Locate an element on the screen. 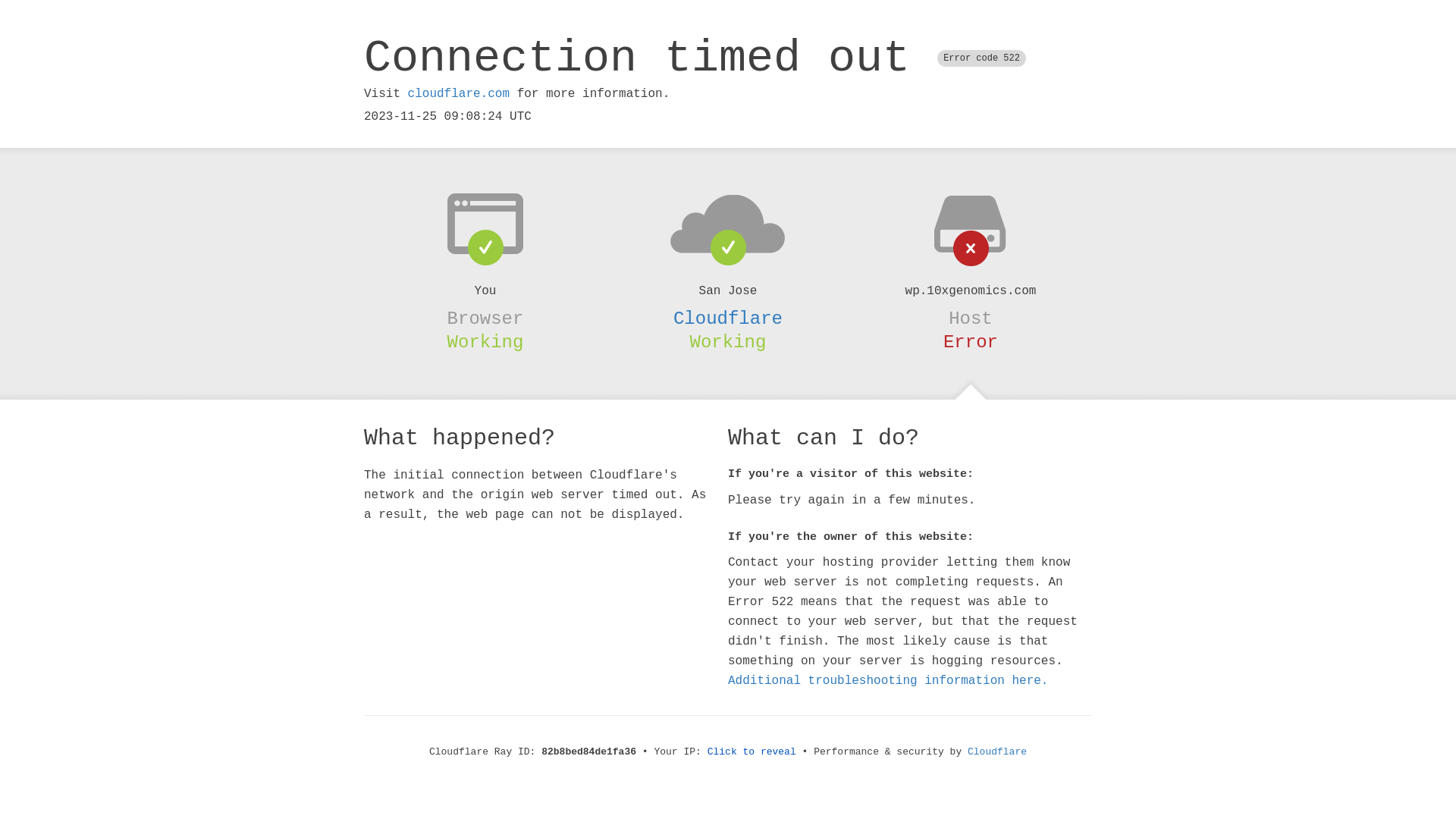  'Click to reveal' is located at coordinates (752, 752).